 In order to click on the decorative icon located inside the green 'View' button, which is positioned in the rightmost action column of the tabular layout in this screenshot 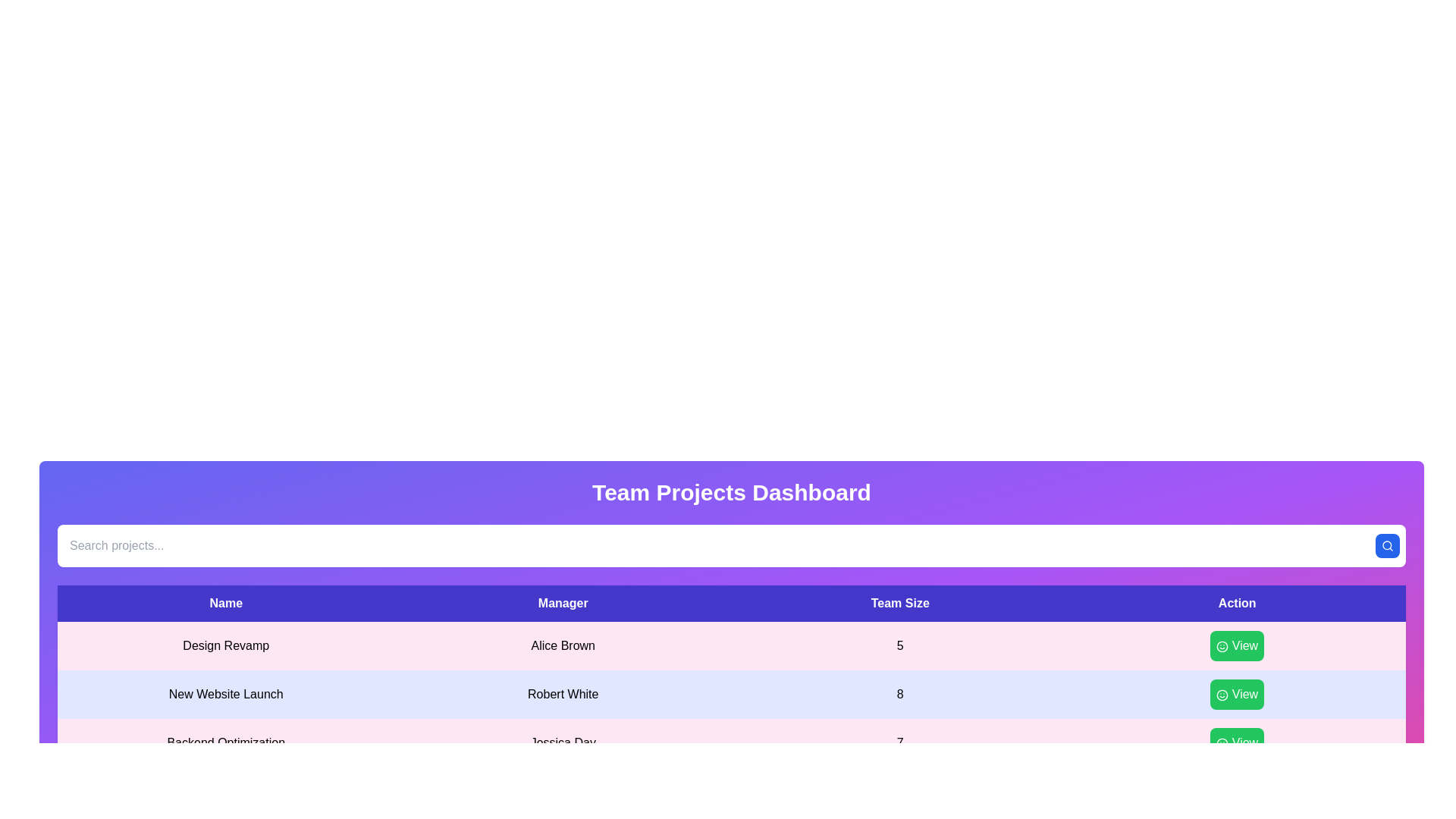, I will do `click(1222, 695)`.